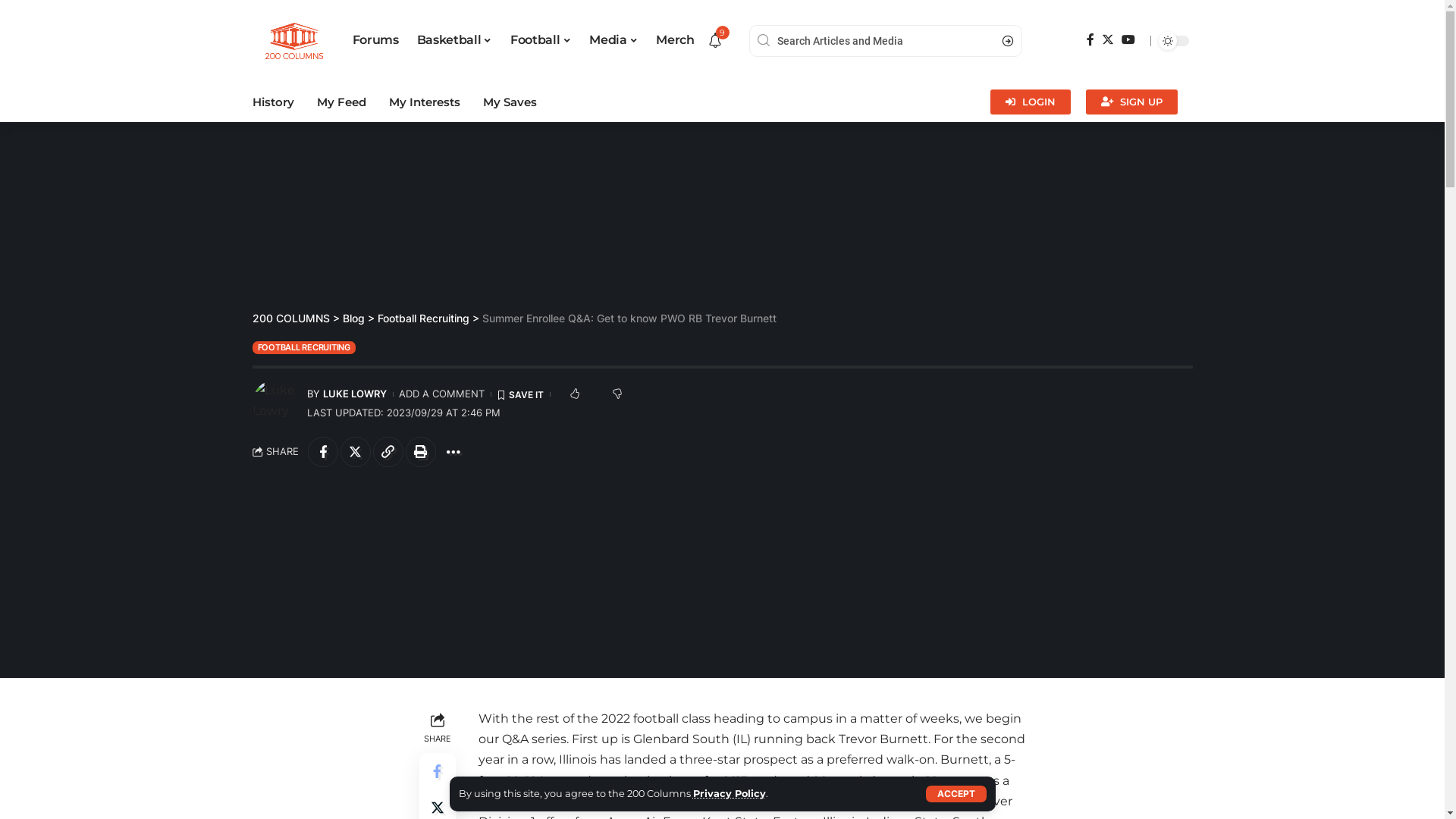 This screenshot has width=1456, height=819. Describe the element at coordinates (290, 317) in the screenshot. I see `'200 COLUMNS'` at that location.